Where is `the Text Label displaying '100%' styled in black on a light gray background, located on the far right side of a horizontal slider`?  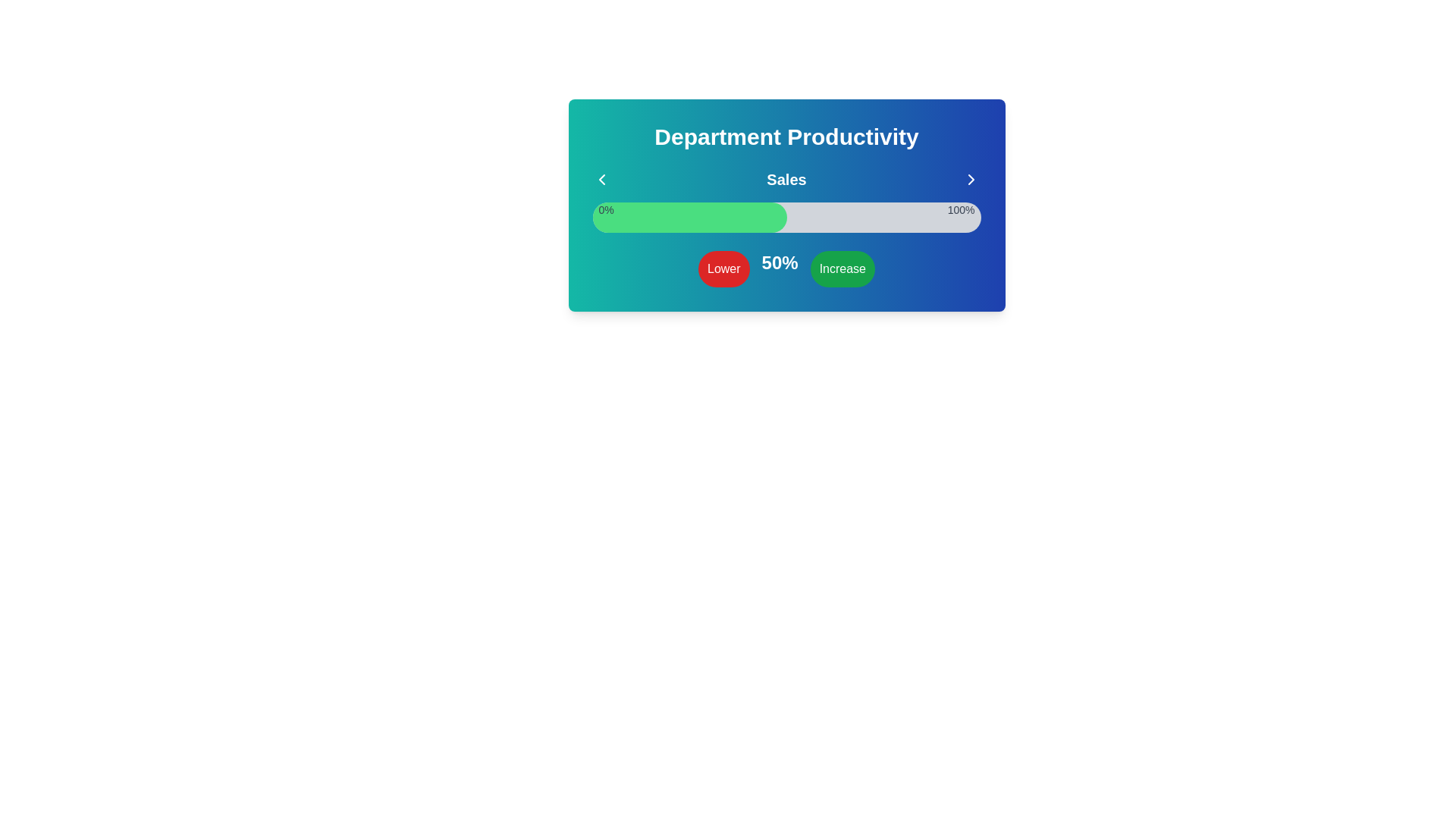 the Text Label displaying '100%' styled in black on a light gray background, located on the far right side of a horizontal slider is located at coordinates (960, 210).